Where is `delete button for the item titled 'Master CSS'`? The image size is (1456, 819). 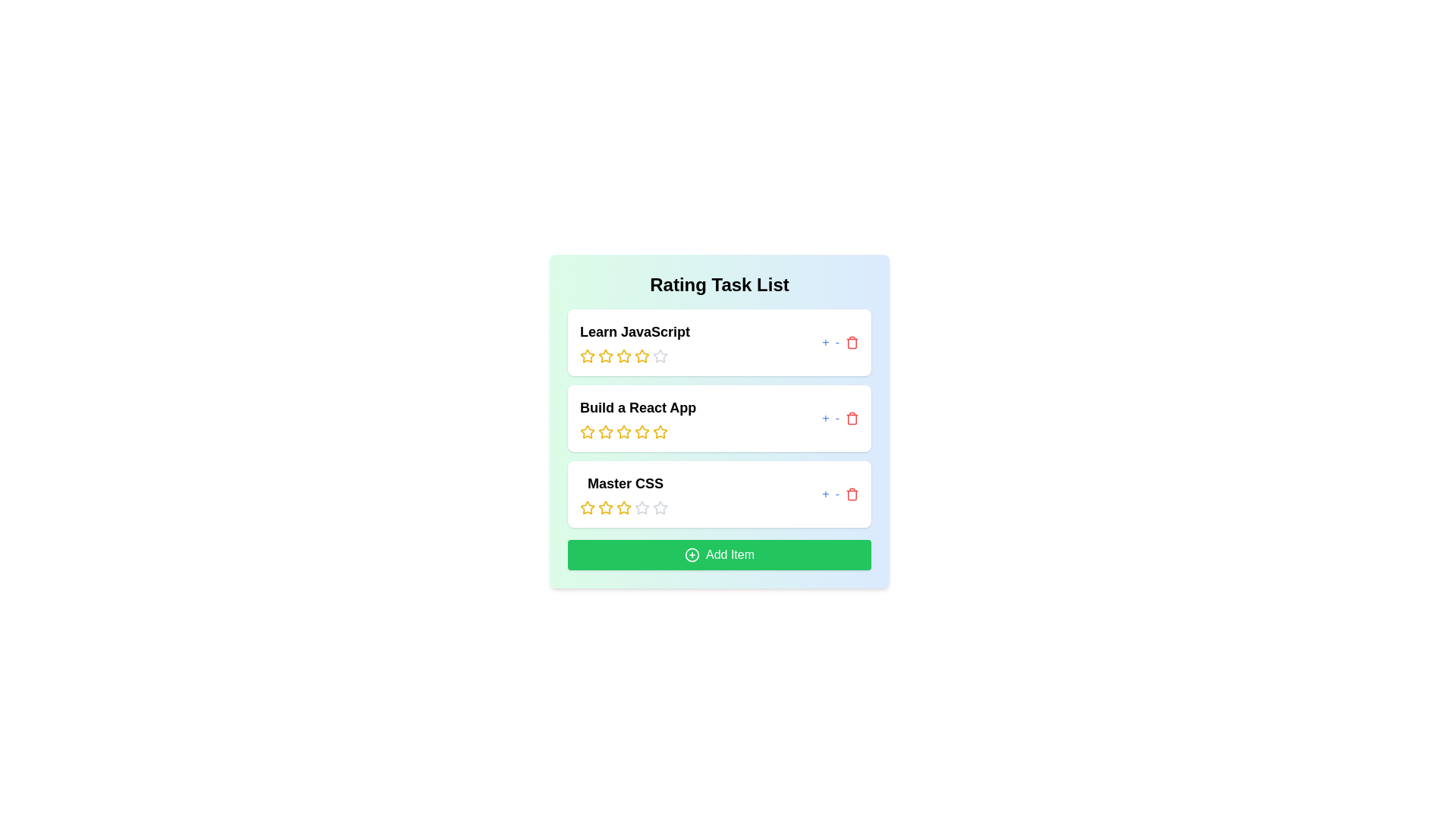 delete button for the item titled 'Master CSS' is located at coordinates (852, 494).